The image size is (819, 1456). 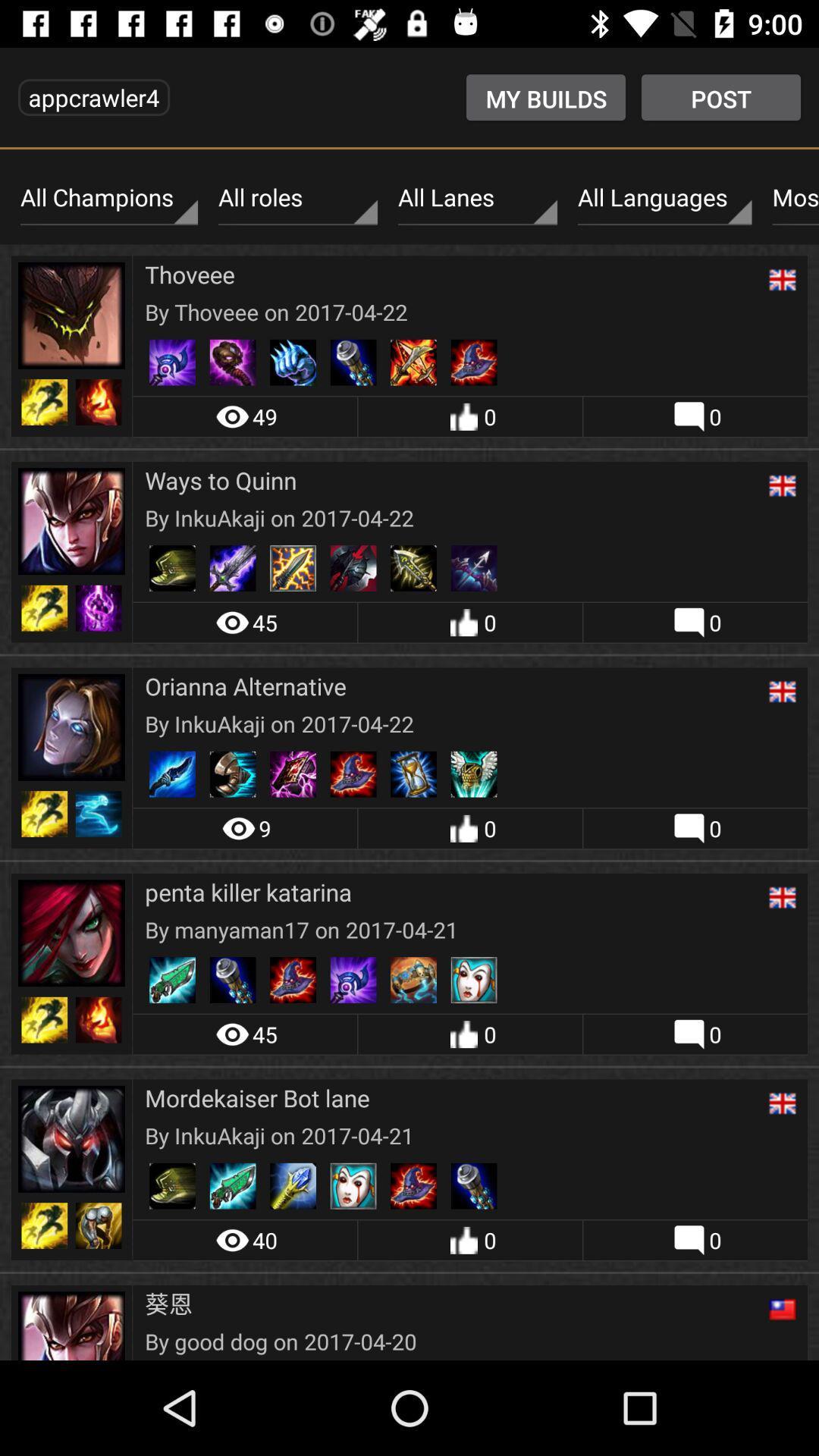 I want to click on item next to appcrawler4 item, so click(x=546, y=96).